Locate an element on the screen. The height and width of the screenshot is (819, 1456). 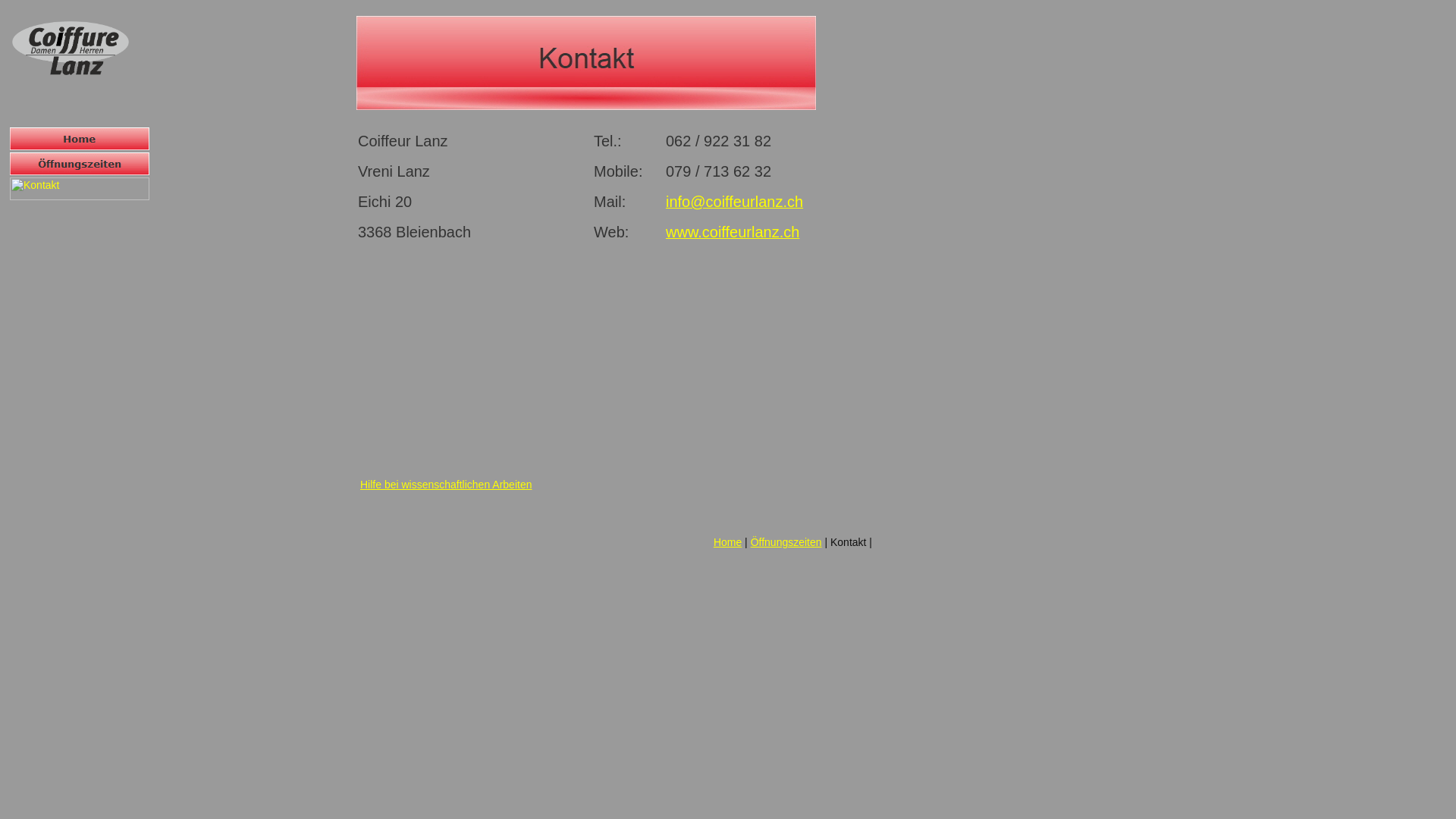
'Home' is located at coordinates (79, 138).